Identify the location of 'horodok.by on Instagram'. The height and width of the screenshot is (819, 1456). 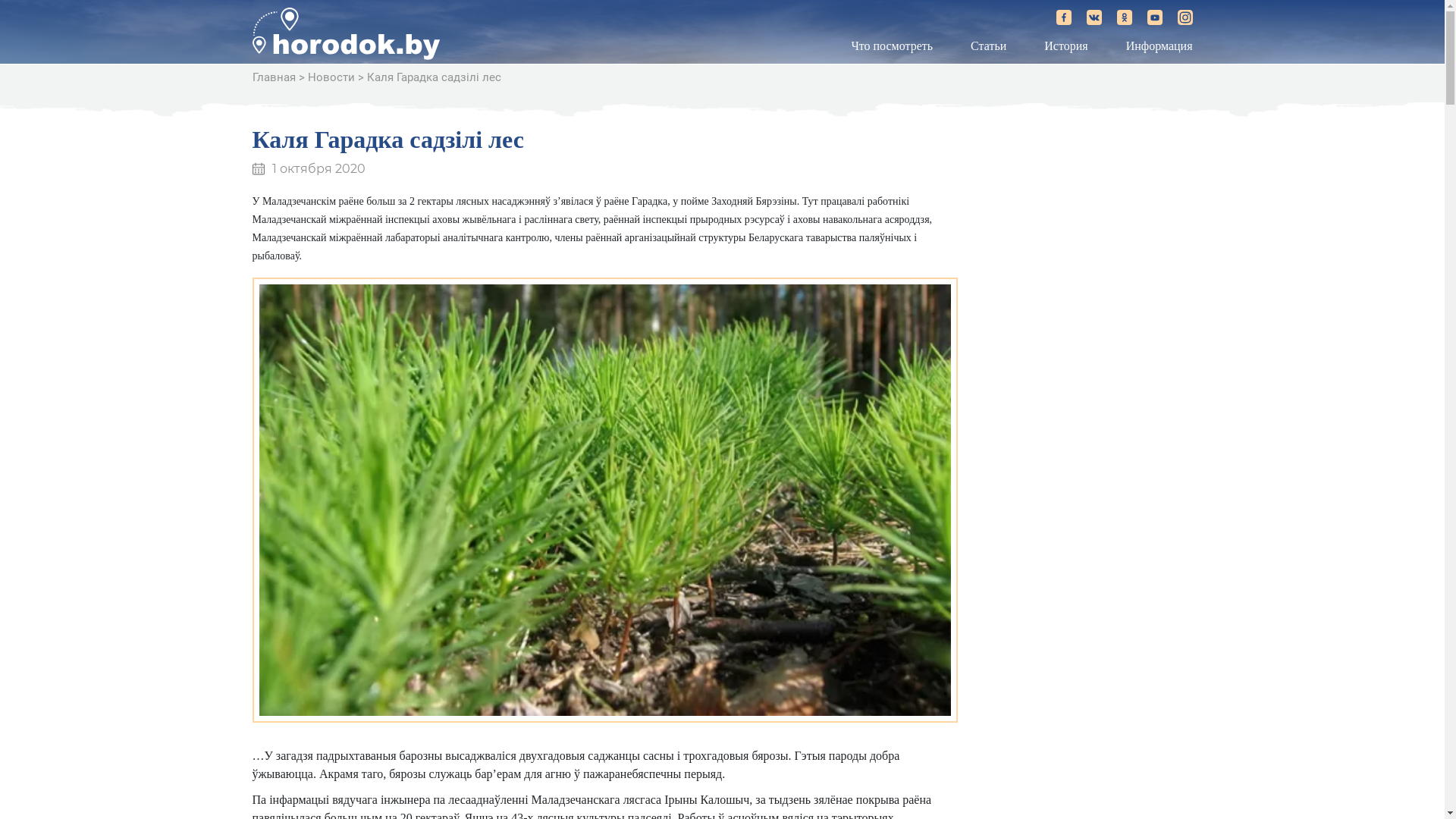
(1183, 17).